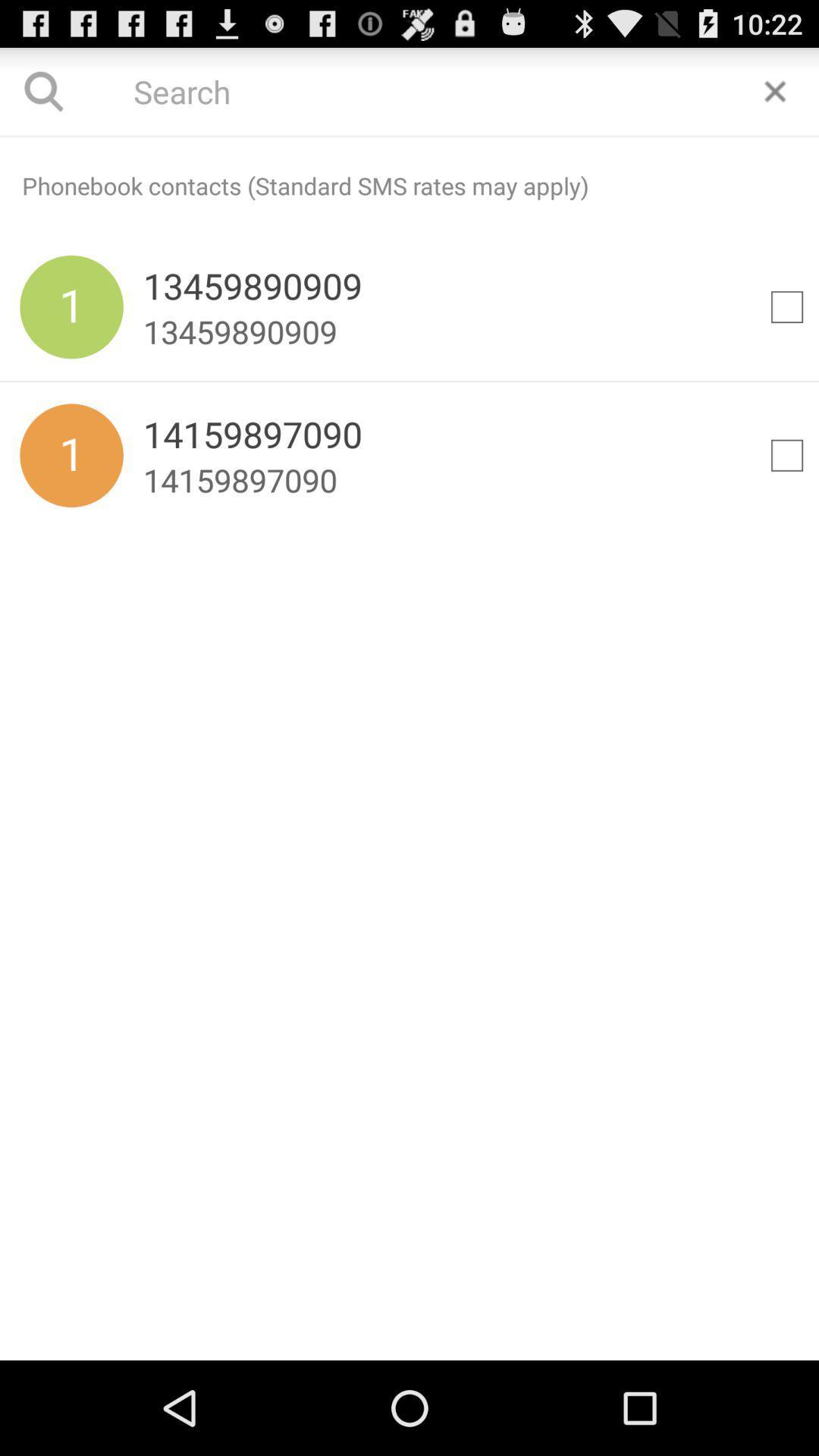 Image resolution: width=819 pixels, height=1456 pixels. I want to click on selection, so click(786, 306).